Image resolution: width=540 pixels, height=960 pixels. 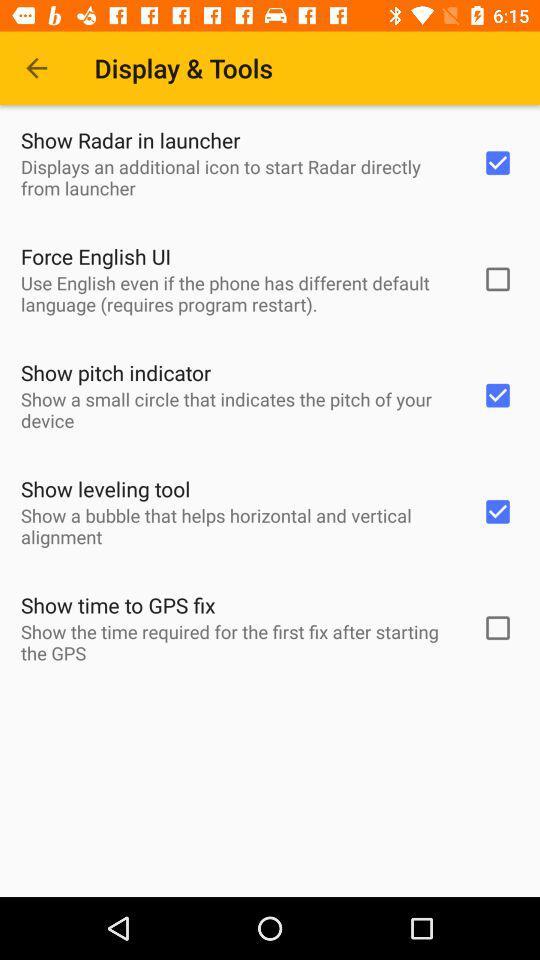 I want to click on the show radar in icon, so click(x=130, y=139).